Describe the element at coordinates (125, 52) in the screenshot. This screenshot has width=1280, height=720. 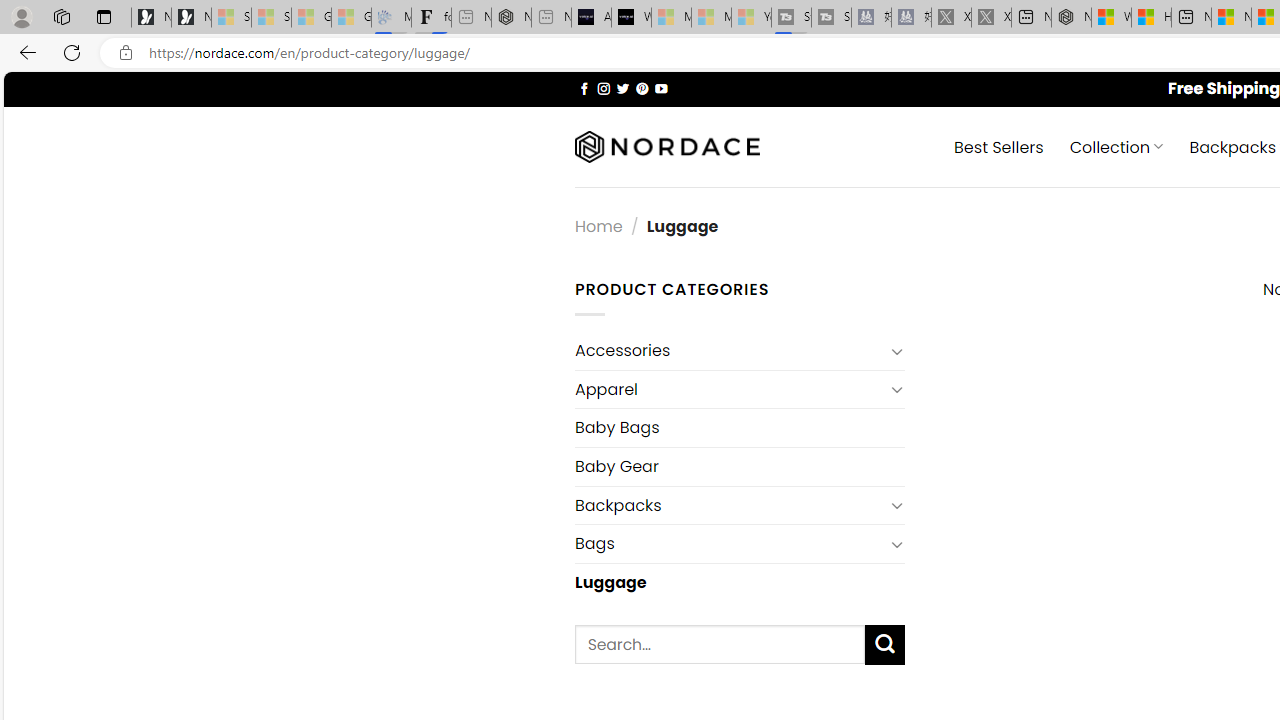
I see `'View site information'` at that location.